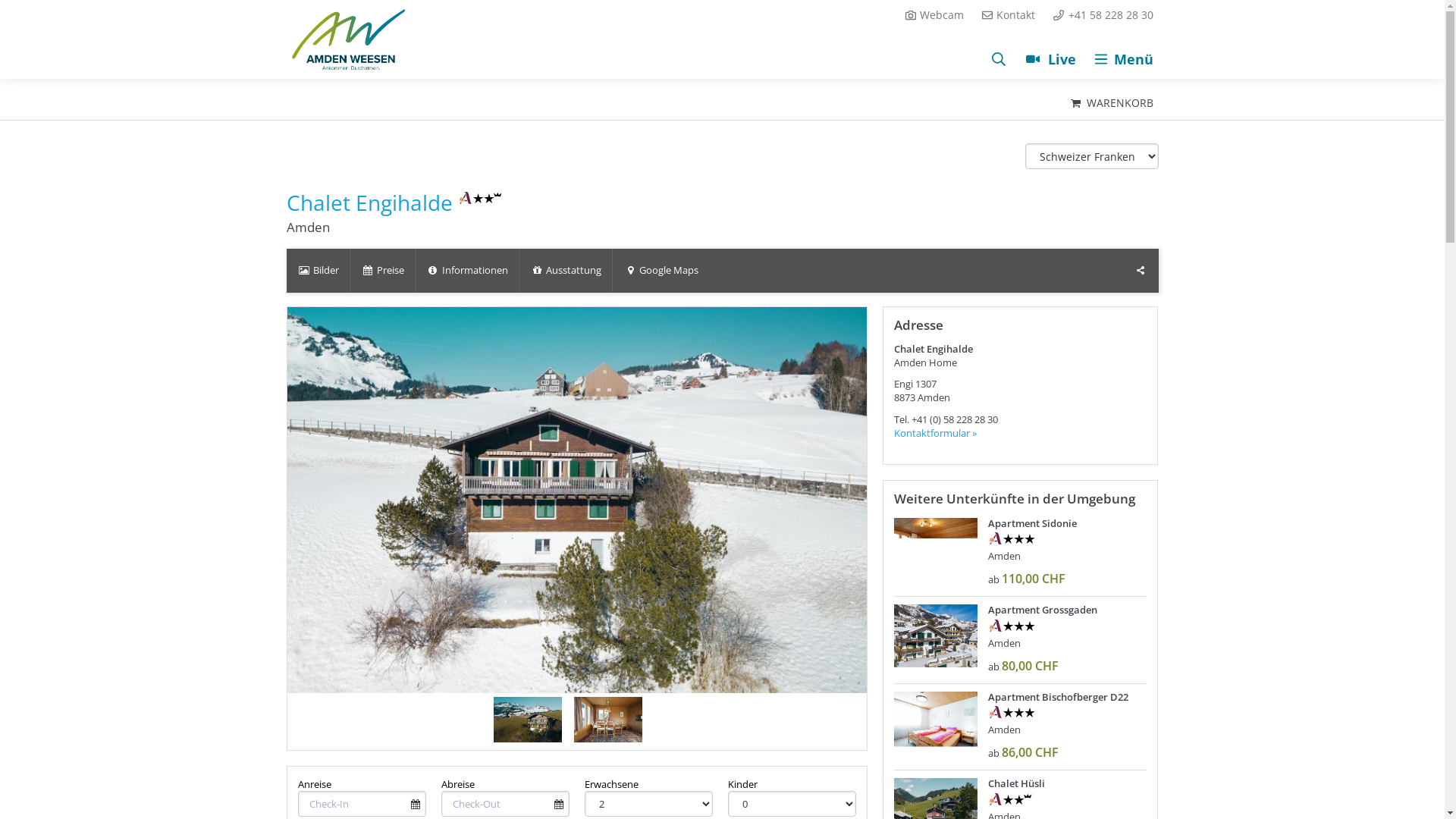  Describe the element at coordinates (910, 419) in the screenshot. I see `'+41 (0) 58 228 28 30'` at that location.